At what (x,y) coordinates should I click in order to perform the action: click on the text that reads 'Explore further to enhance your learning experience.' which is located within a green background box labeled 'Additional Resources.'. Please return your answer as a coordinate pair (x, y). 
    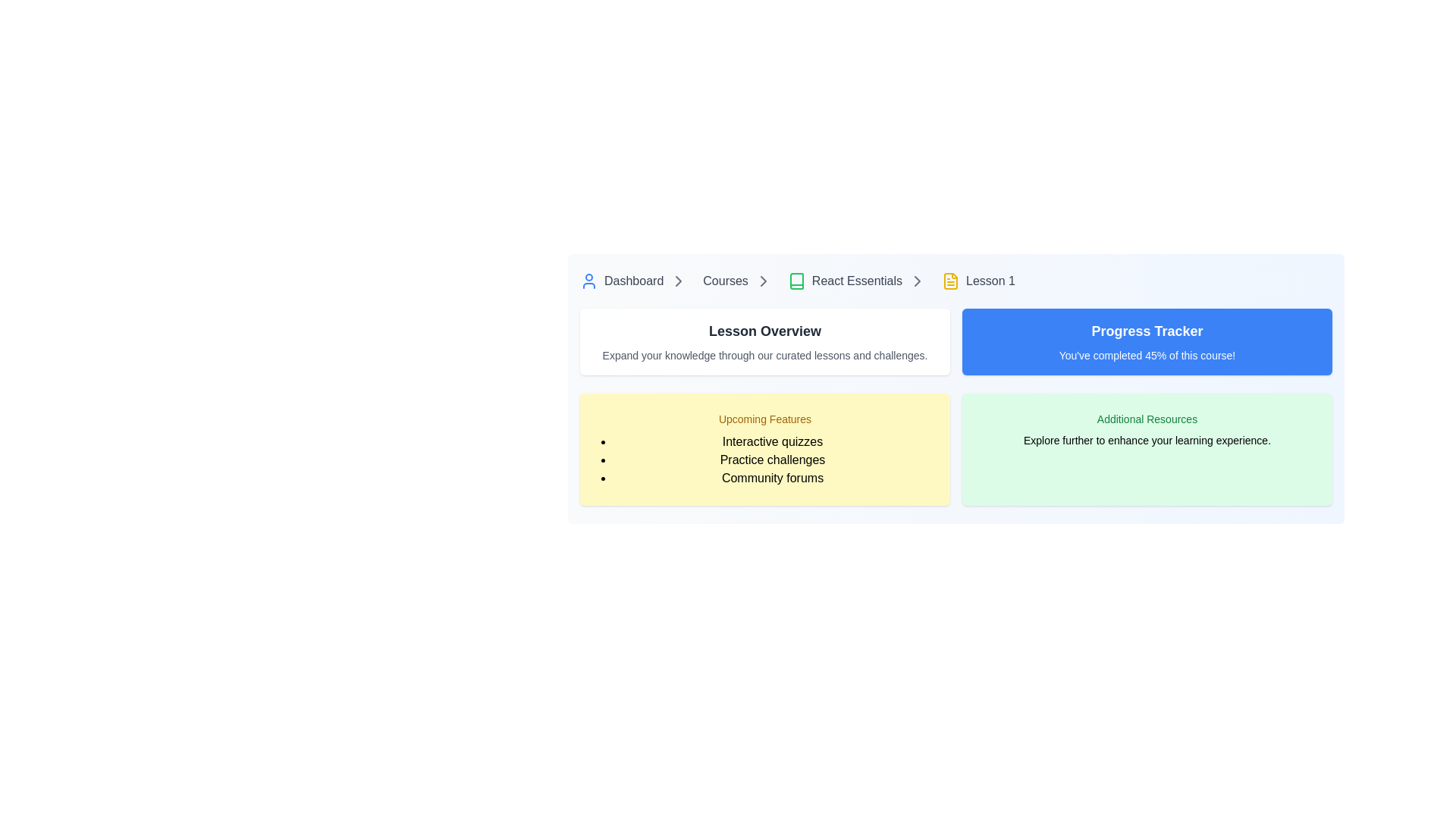
    Looking at the image, I should click on (1147, 441).